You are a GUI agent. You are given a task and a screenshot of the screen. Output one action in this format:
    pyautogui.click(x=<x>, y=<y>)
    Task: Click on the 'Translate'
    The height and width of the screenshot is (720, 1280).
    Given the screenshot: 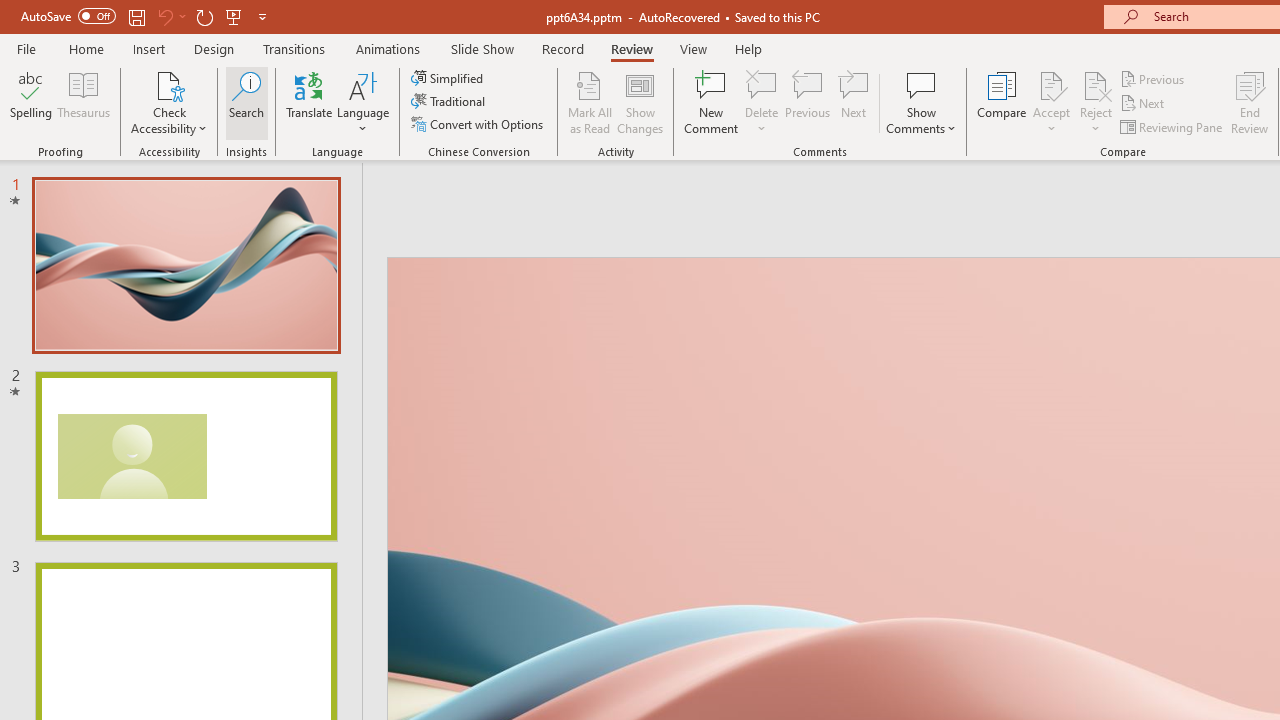 What is the action you would take?
    pyautogui.click(x=308, y=103)
    